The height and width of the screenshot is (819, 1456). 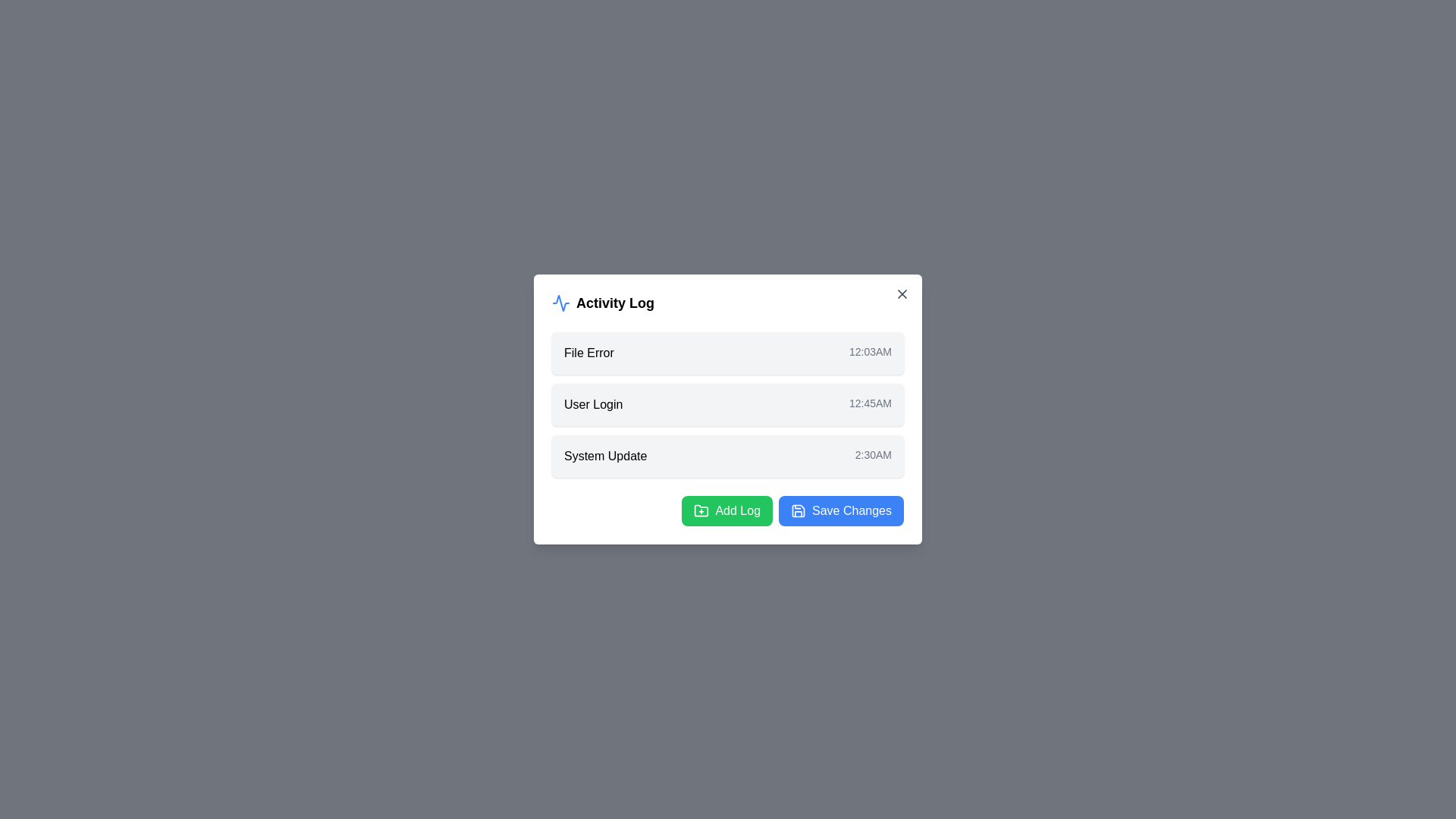 I want to click on the close button of the modal to close it, so click(x=902, y=294).